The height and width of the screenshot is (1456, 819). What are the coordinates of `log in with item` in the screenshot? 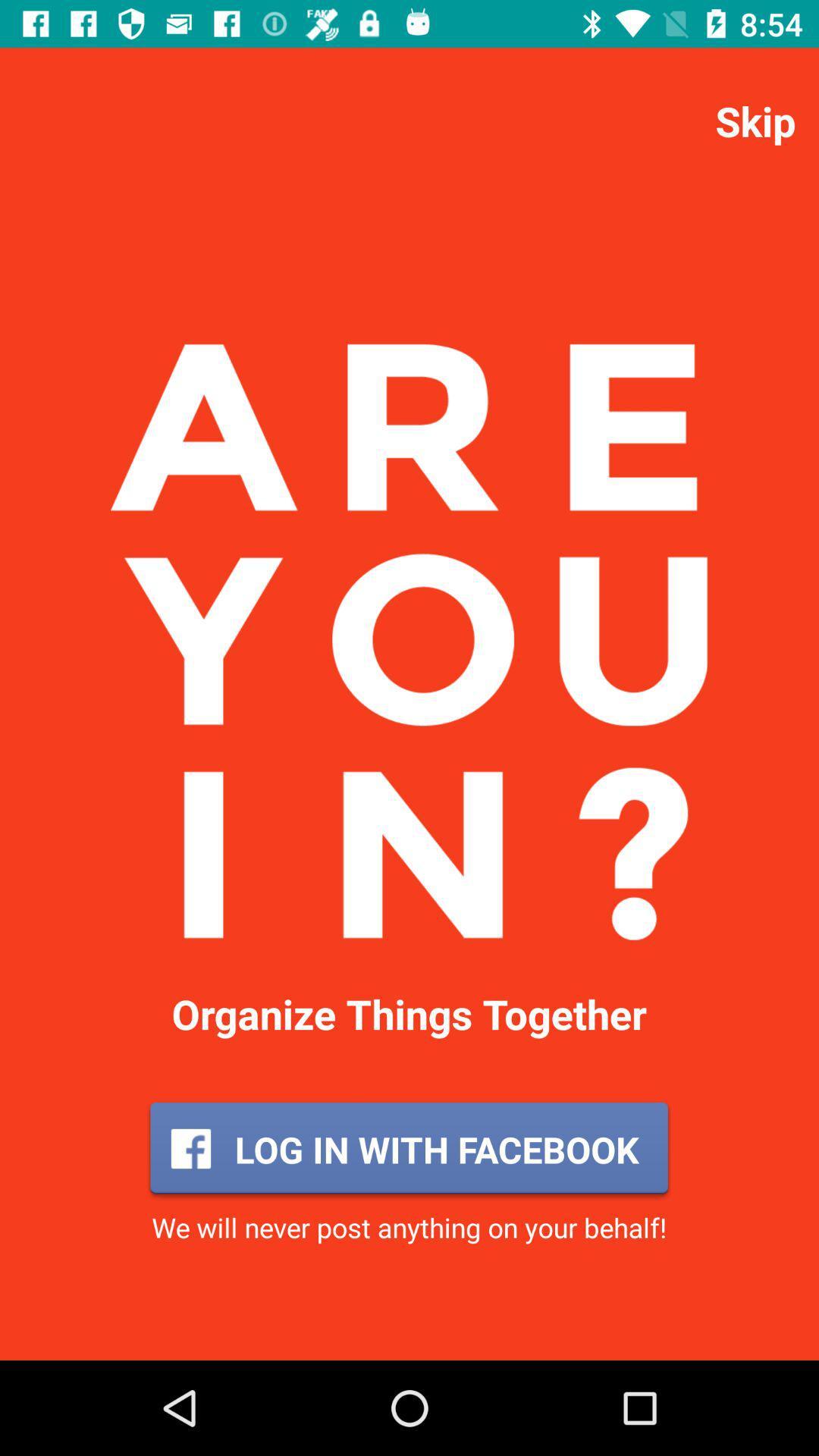 It's located at (408, 1149).